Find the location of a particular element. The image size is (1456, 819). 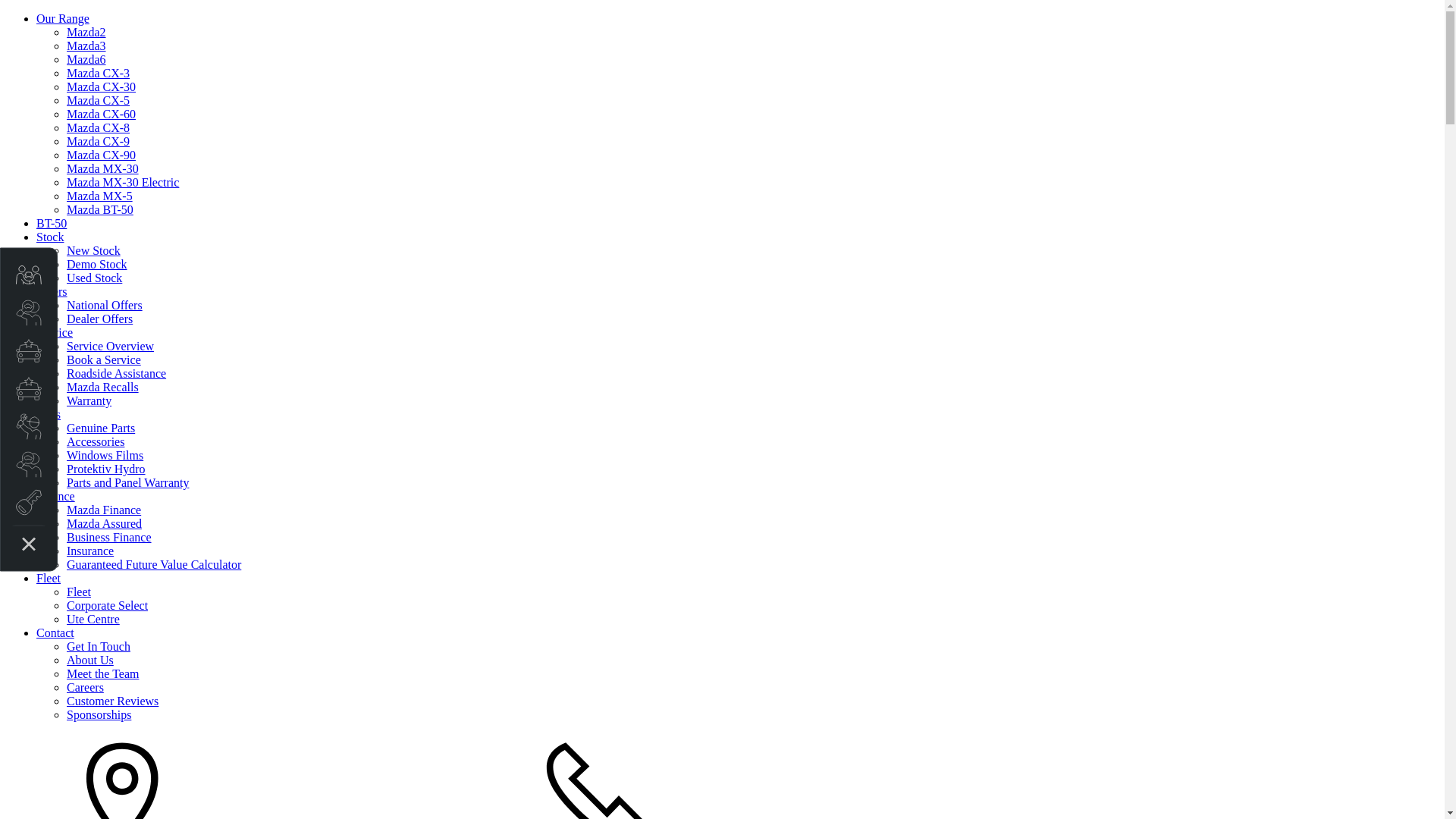

'Accessories' is located at coordinates (94, 441).